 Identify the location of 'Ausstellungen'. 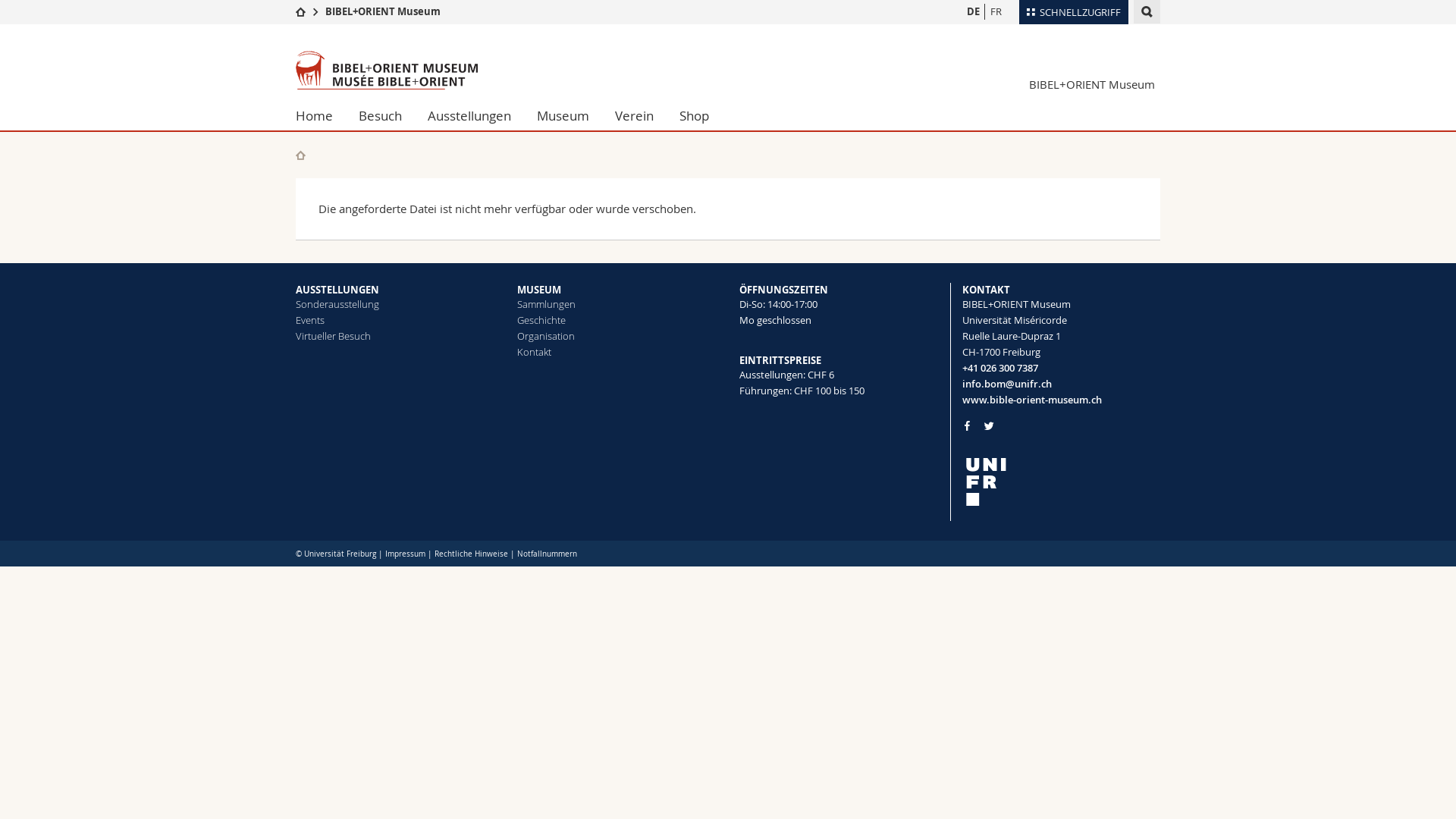
(415, 115).